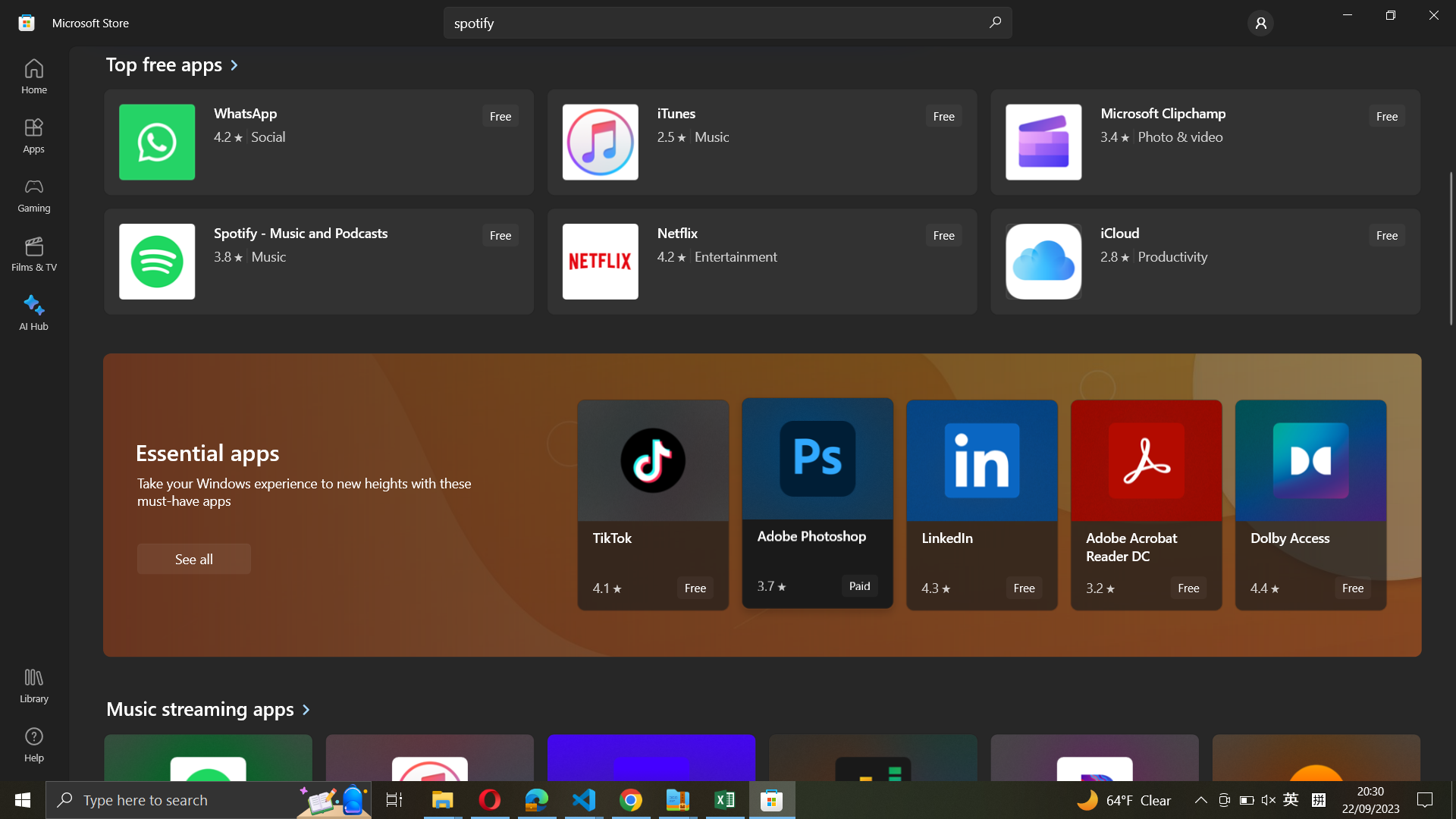 This screenshot has width=1456, height=819. I want to click on Execute Photoshop software, so click(1569568, 544635).